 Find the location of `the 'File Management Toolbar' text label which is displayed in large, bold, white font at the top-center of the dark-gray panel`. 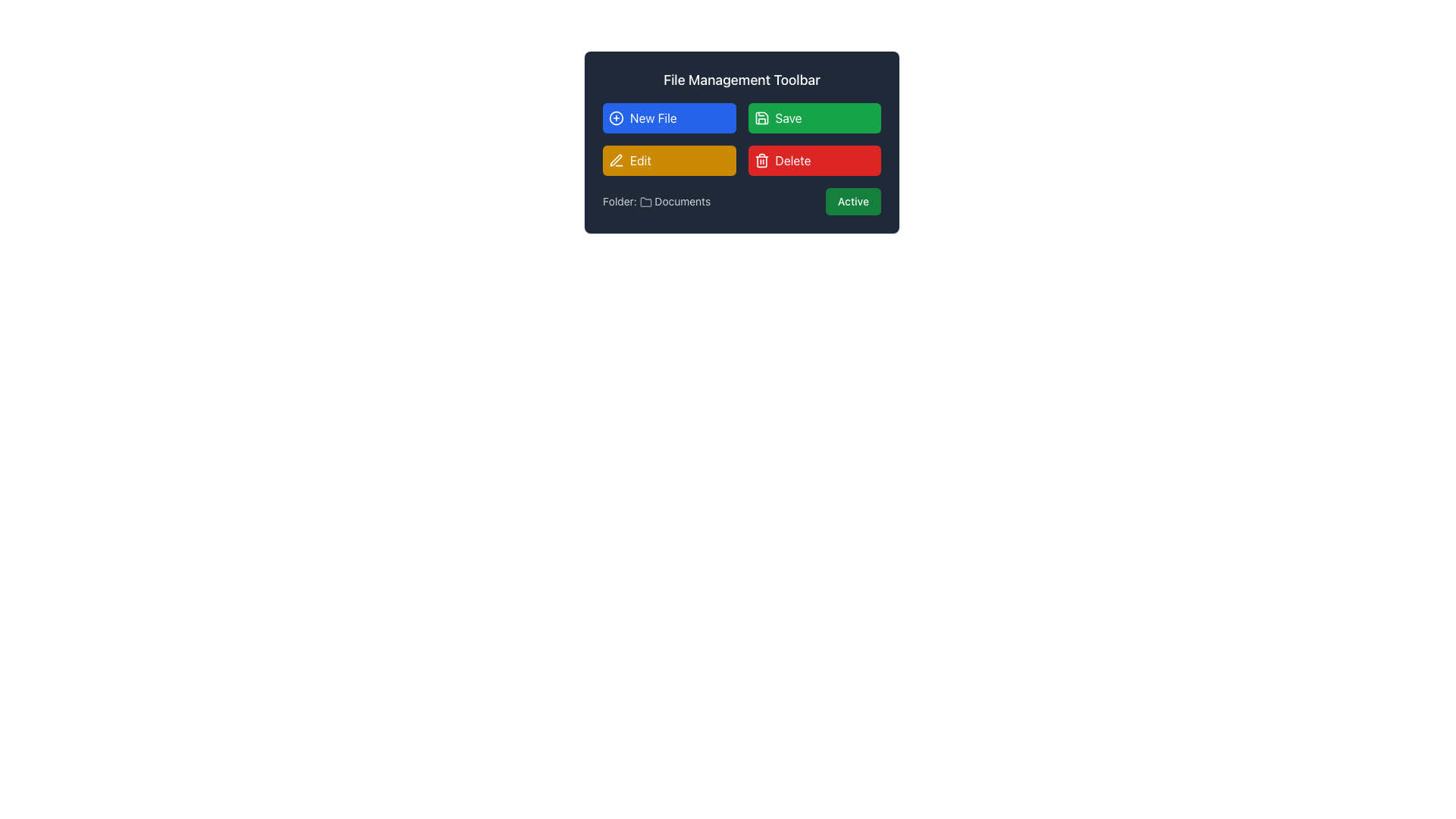

the 'File Management Toolbar' text label which is displayed in large, bold, white font at the top-center of the dark-gray panel is located at coordinates (742, 80).